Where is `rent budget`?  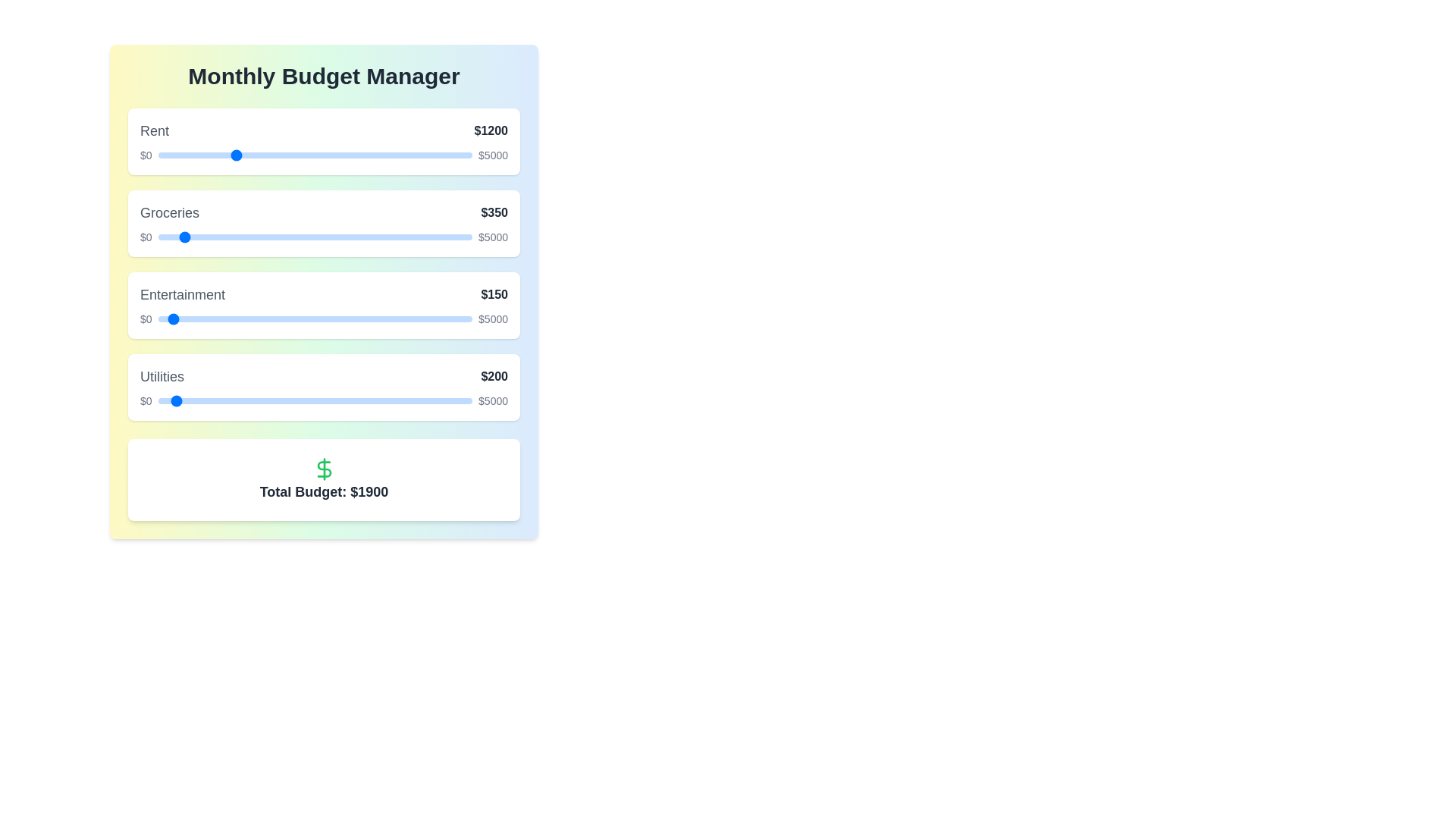 rent budget is located at coordinates (283, 155).